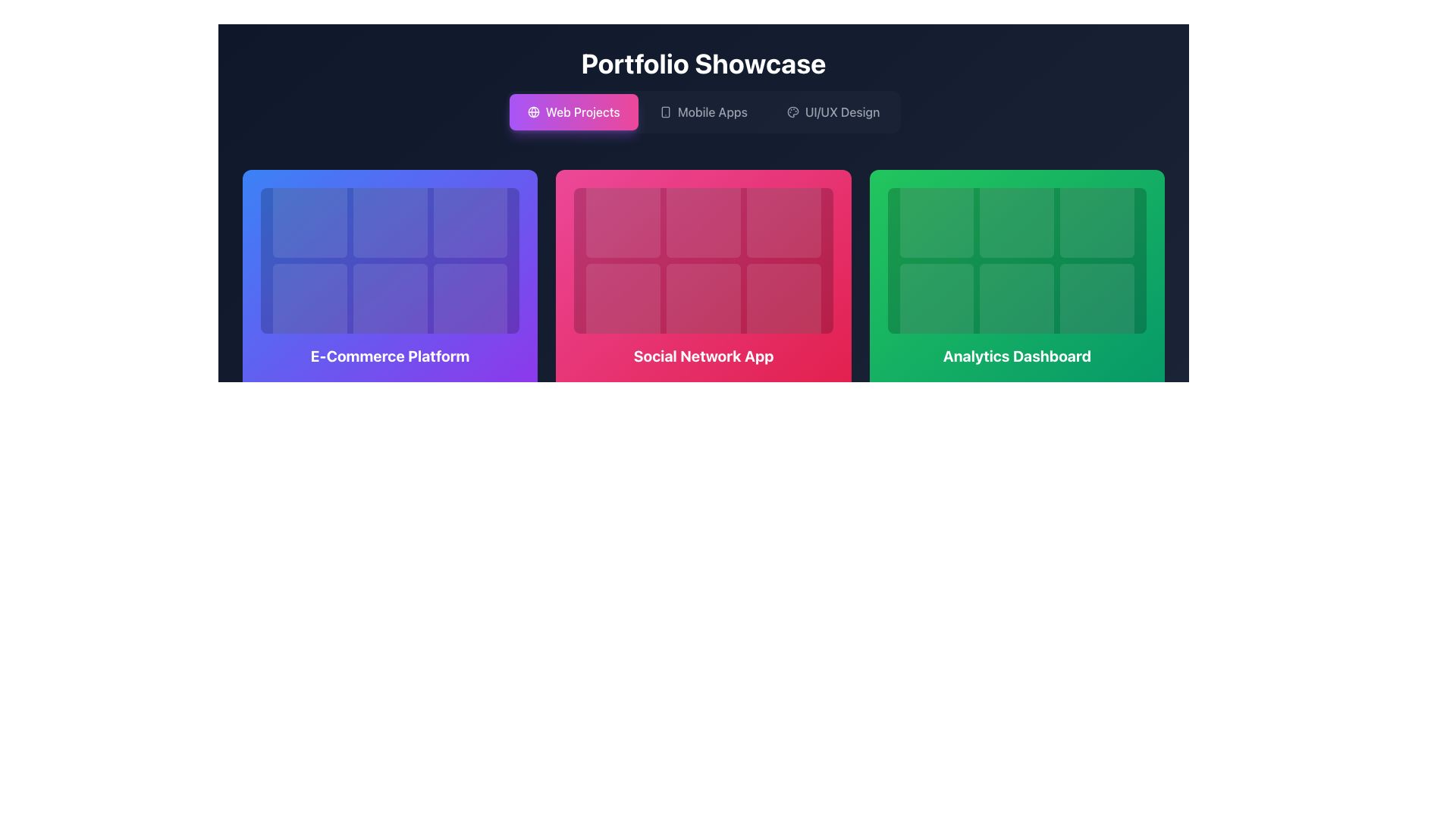 The height and width of the screenshot is (819, 1456). I want to click on the square grid item with a pink background located in the second row and first column of the grid in the 'Social Network App' section, so click(623, 300).